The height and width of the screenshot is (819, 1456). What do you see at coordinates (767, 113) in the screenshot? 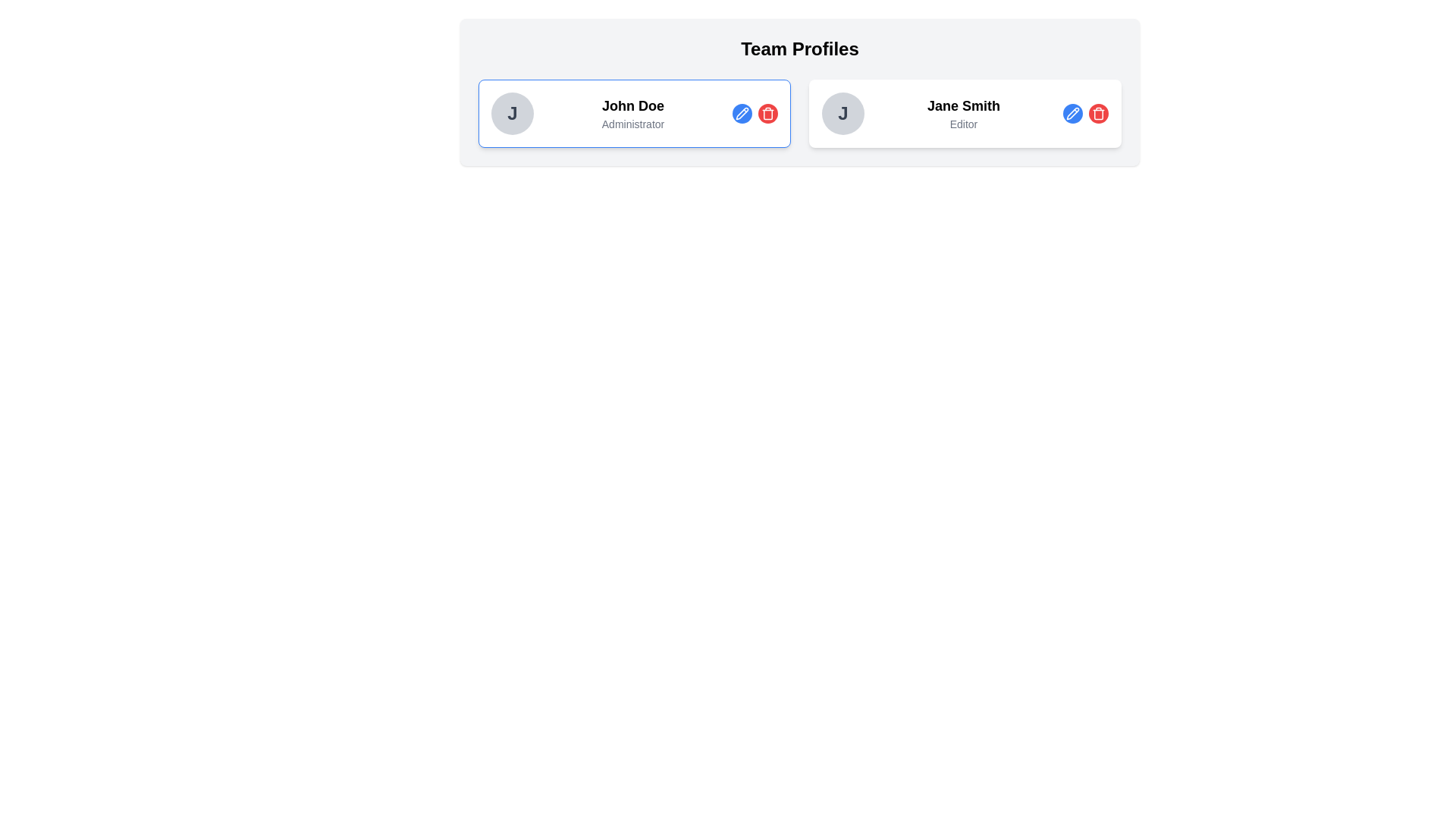
I see `the delete button located` at bounding box center [767, 113].